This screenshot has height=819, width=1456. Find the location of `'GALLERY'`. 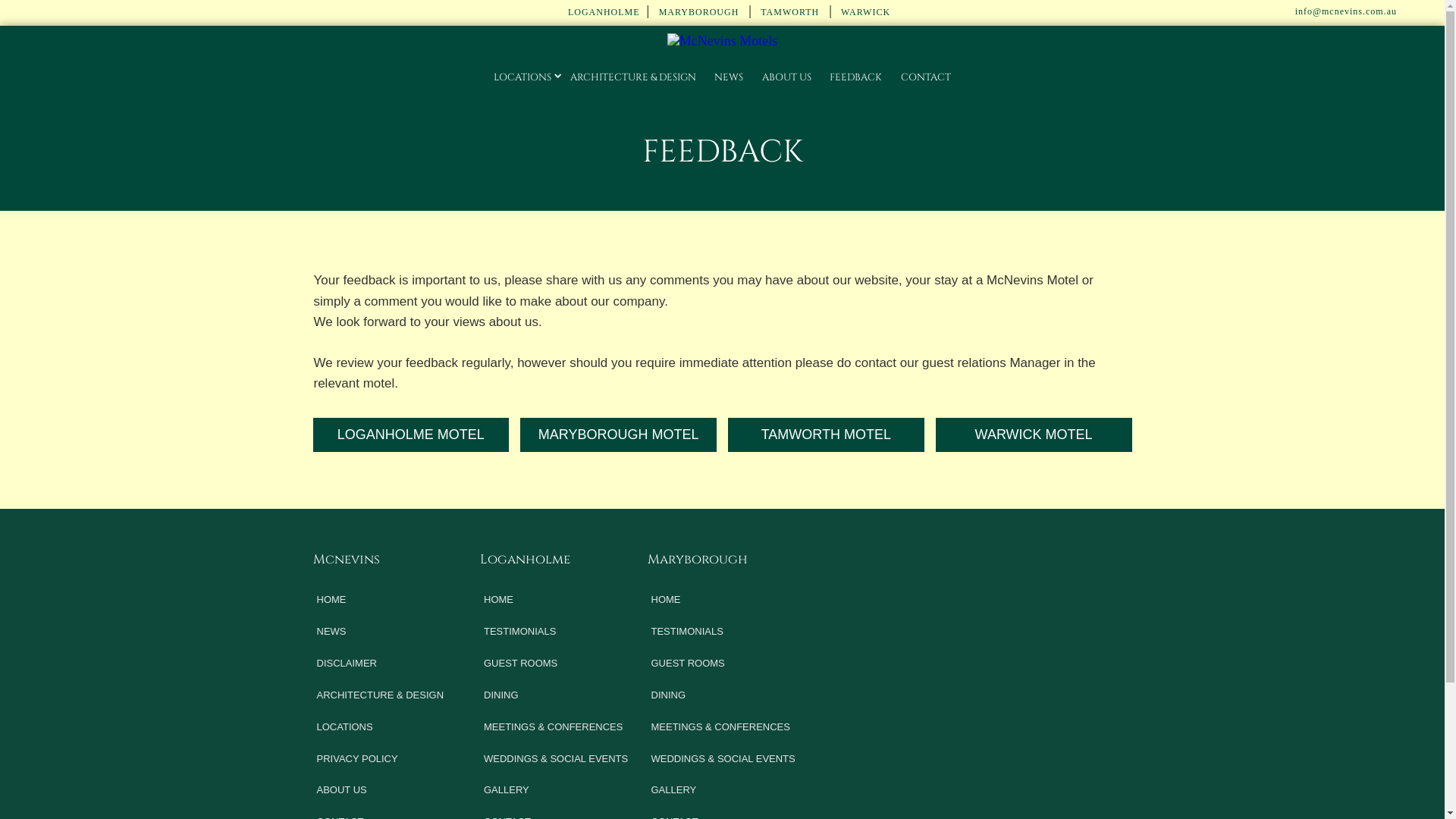

'GALLERY' is located at coordinates (731, 789).